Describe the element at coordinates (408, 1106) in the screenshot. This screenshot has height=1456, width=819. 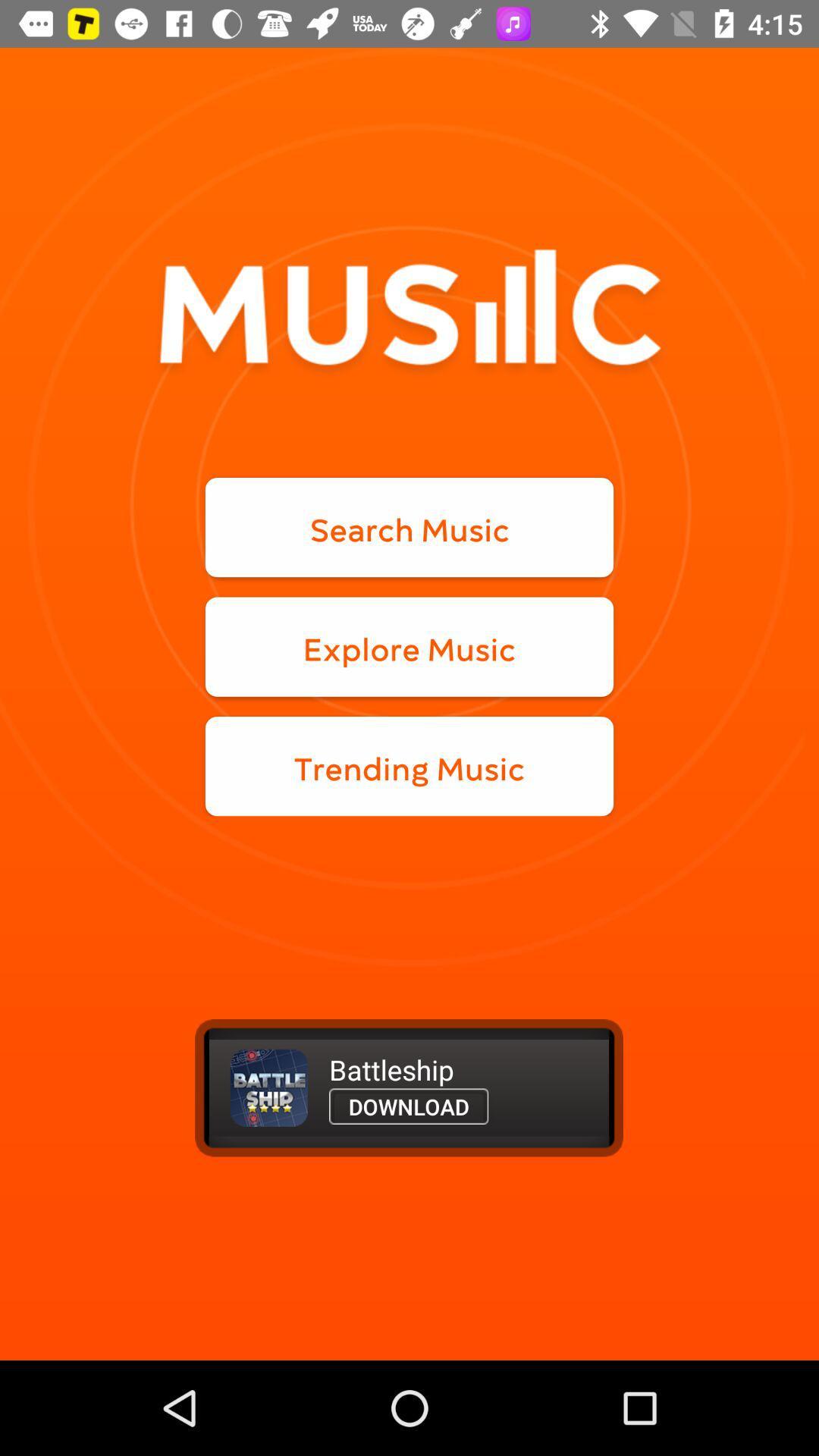
I see `the download icon` at that location.